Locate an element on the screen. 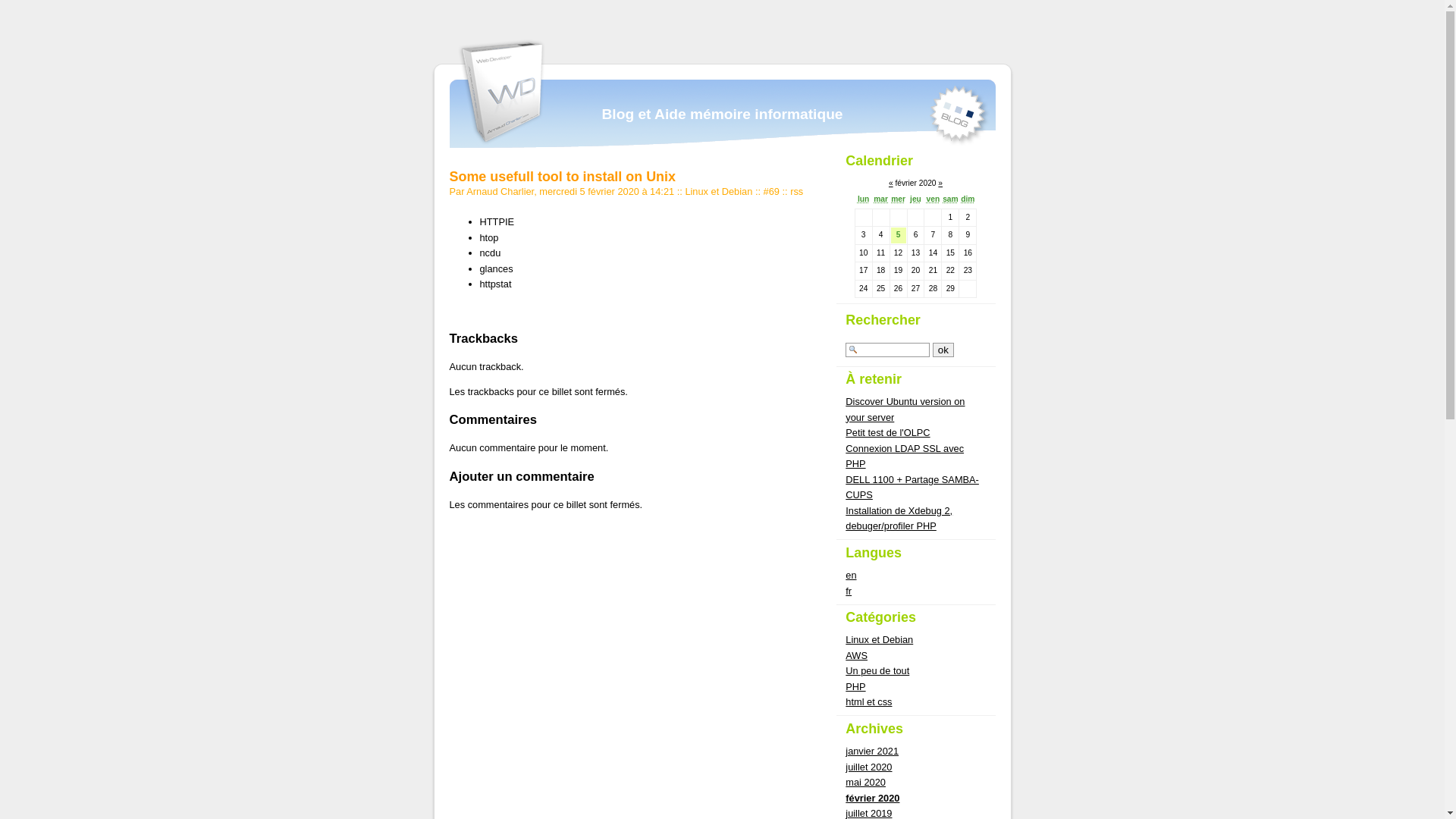 This screenshot has height=819, width=1456. 'Petit test de l'OLPC' is located at coordinates (887, 432).